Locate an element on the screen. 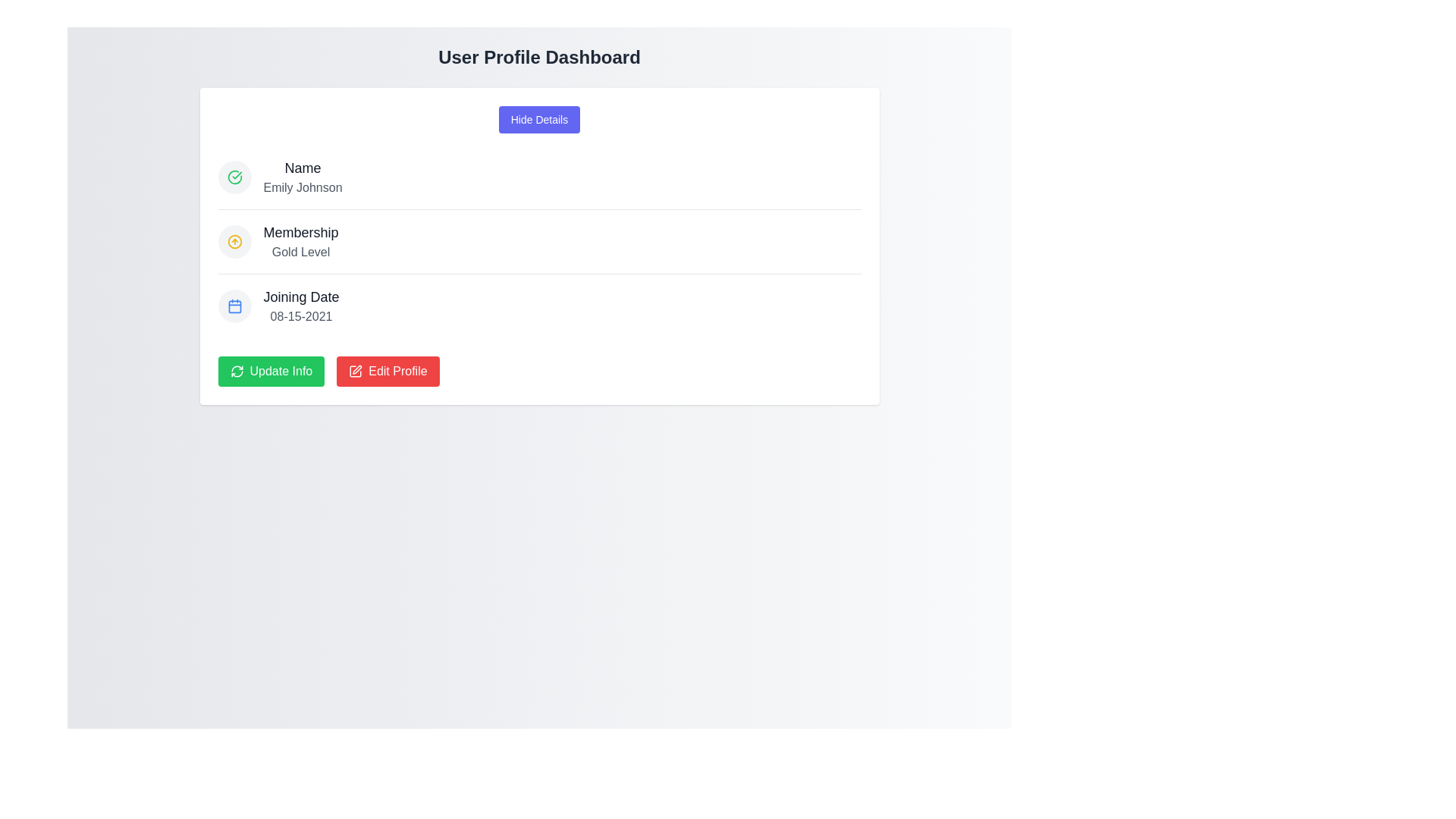 This screenshot has height=819, width=1456. the decorative icon that symbolizes the 'Edit Profile' action, located to the left of the 'Edit Profile' text in the button is located at coordinates (355, 371).